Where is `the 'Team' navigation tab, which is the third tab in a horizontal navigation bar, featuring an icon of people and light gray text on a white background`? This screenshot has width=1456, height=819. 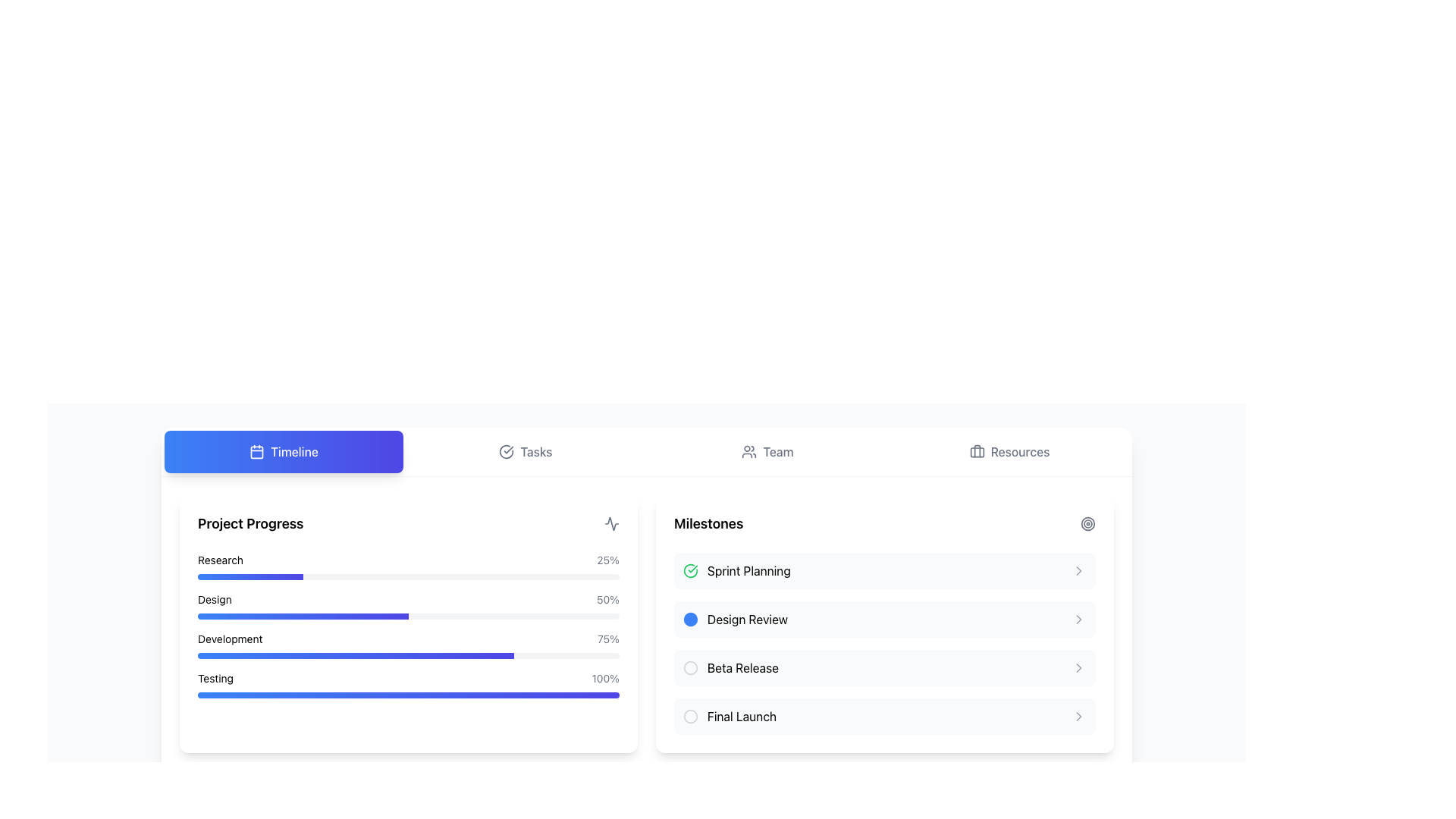 the 'Team' navigation tab, which is the third tab in a horizontal navigation bar, featuring an icon of people and light gray text on a white background is located at coordinates (767, 451).